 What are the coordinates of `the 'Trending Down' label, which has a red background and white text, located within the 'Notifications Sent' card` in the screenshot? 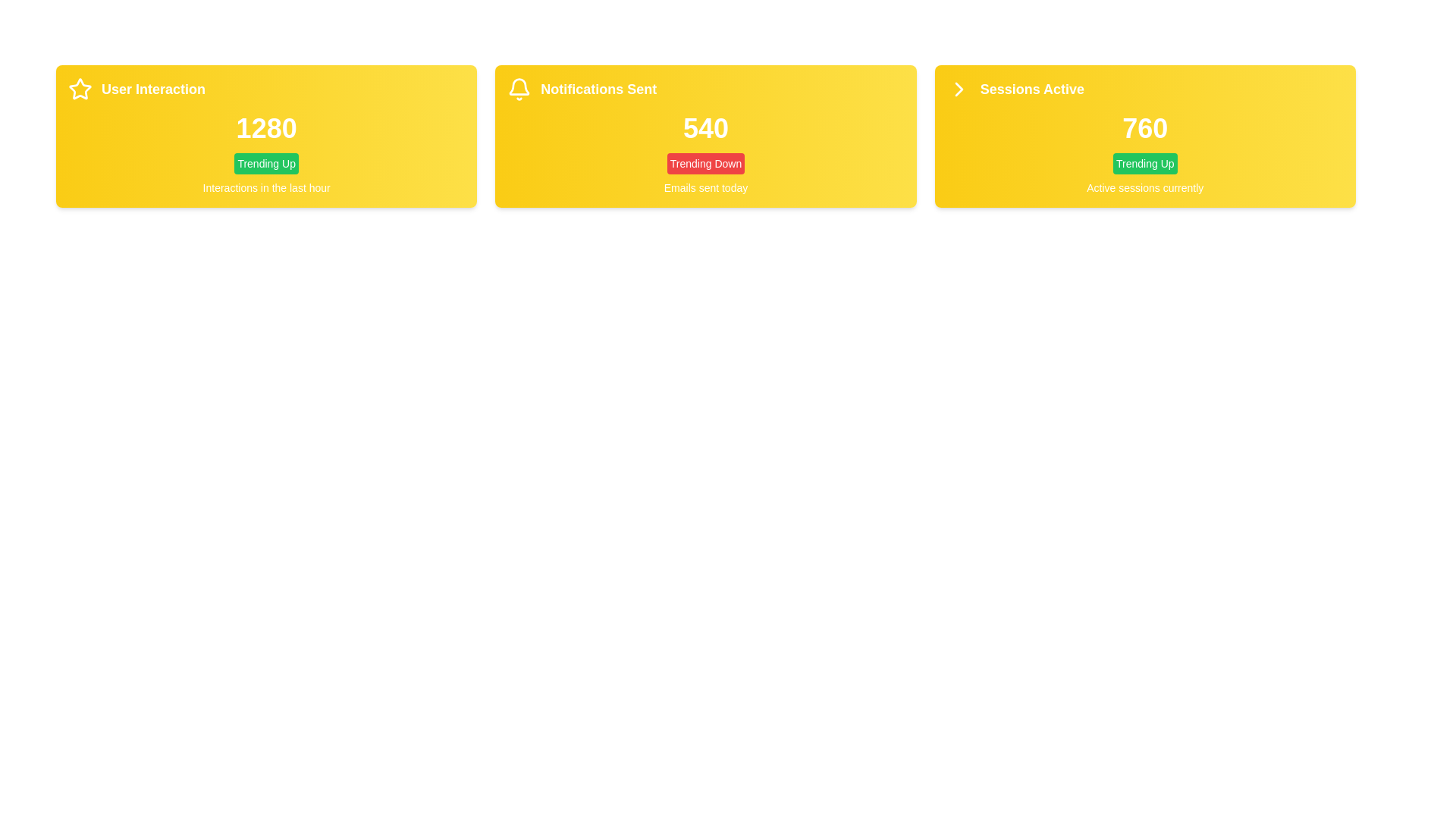 It's located at (705, 164).